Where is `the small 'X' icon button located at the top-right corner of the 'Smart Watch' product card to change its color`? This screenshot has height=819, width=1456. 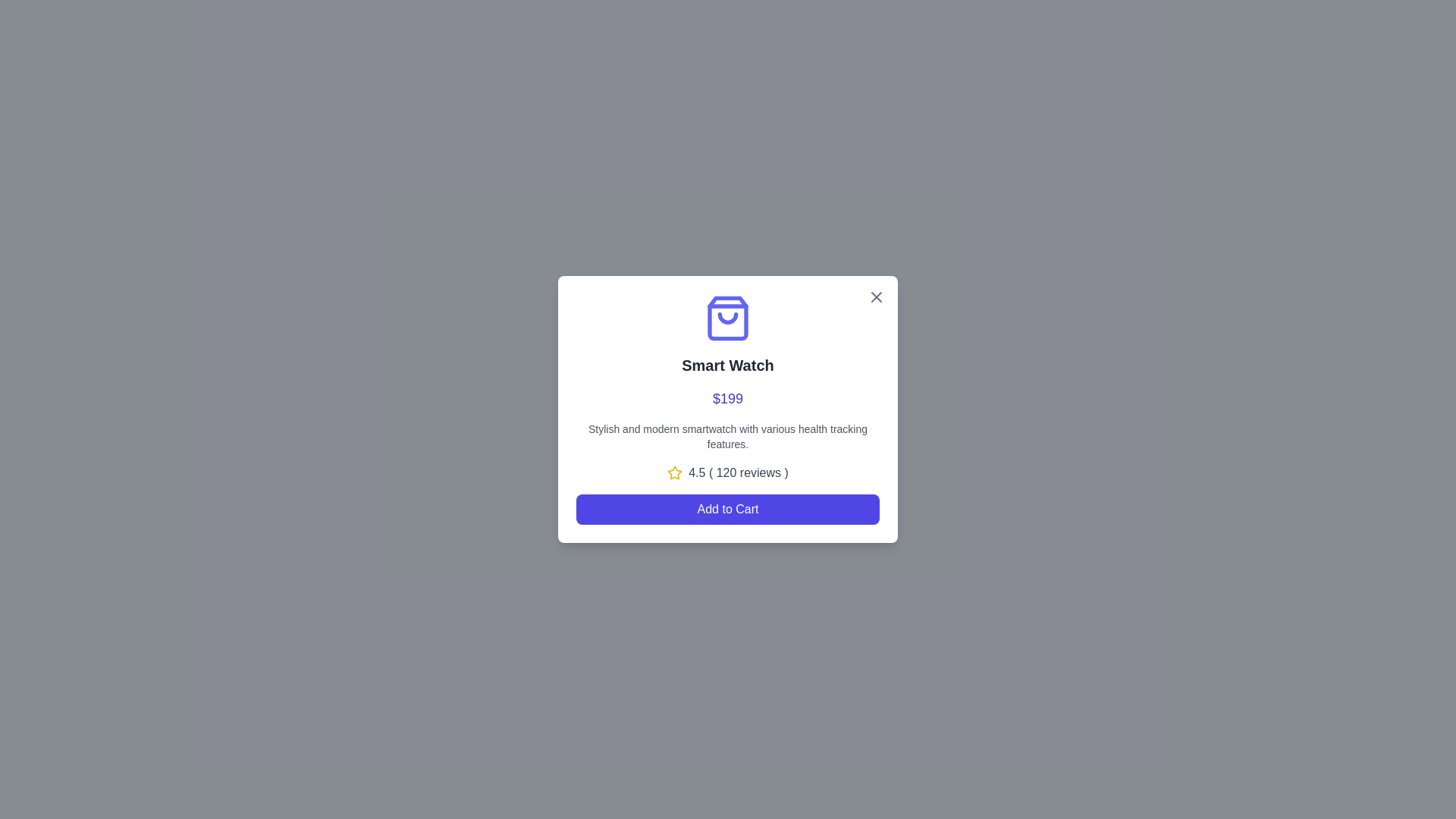 the small 'X' icon button located at the top-right corner of the 'Smart Watch' product card to change its color is located at coordinates (877, 297).